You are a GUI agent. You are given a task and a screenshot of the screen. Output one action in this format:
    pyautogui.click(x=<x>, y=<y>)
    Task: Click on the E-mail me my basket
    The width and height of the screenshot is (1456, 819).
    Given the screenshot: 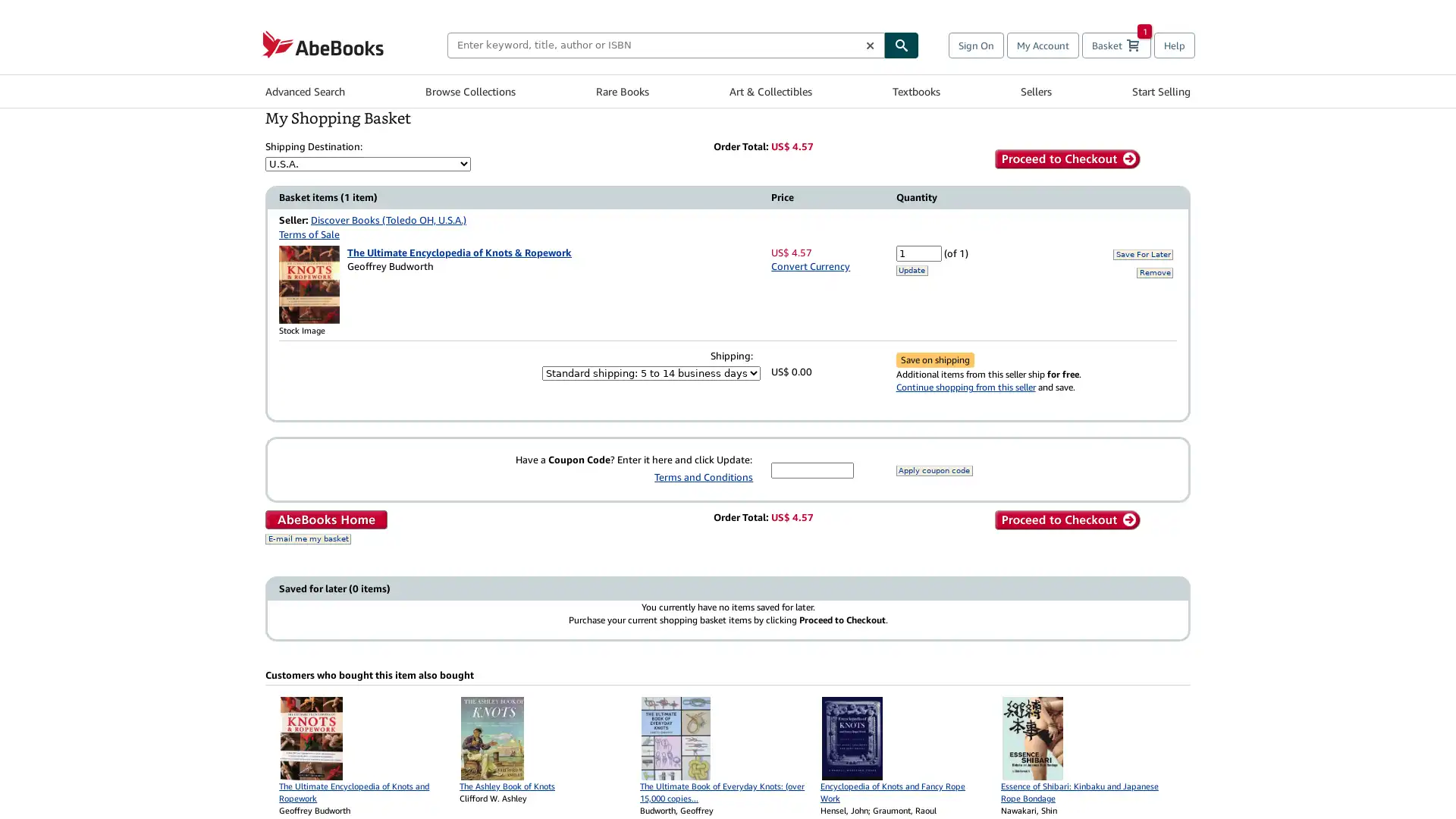 What is the action you would take?
    pyautogui.click(x=307, y=538)
    